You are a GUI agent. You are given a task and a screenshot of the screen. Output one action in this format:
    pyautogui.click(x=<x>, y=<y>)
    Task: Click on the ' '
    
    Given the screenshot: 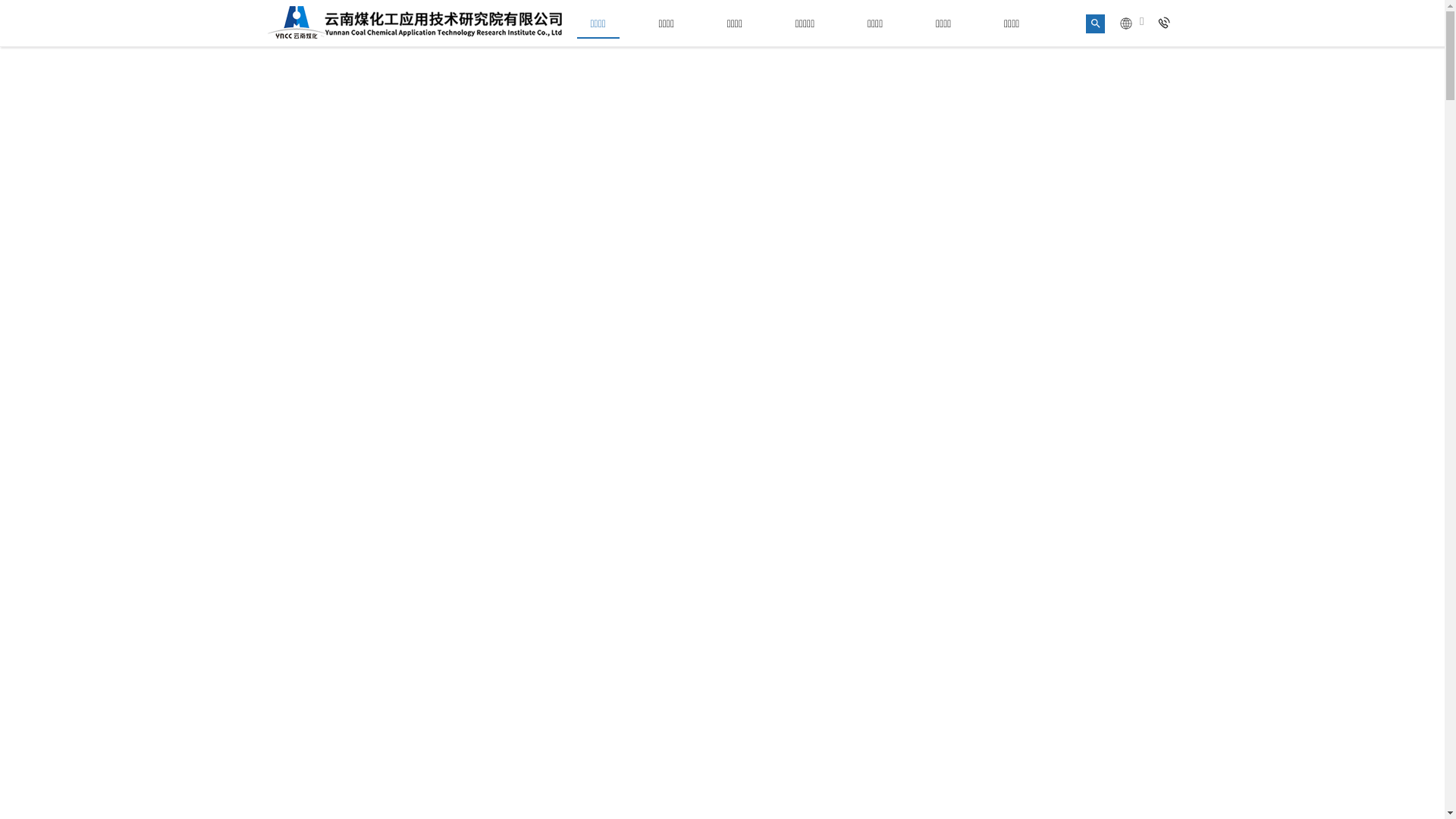 What is the action you would take?
    pyautogui.click(x=1166, y=23)
    